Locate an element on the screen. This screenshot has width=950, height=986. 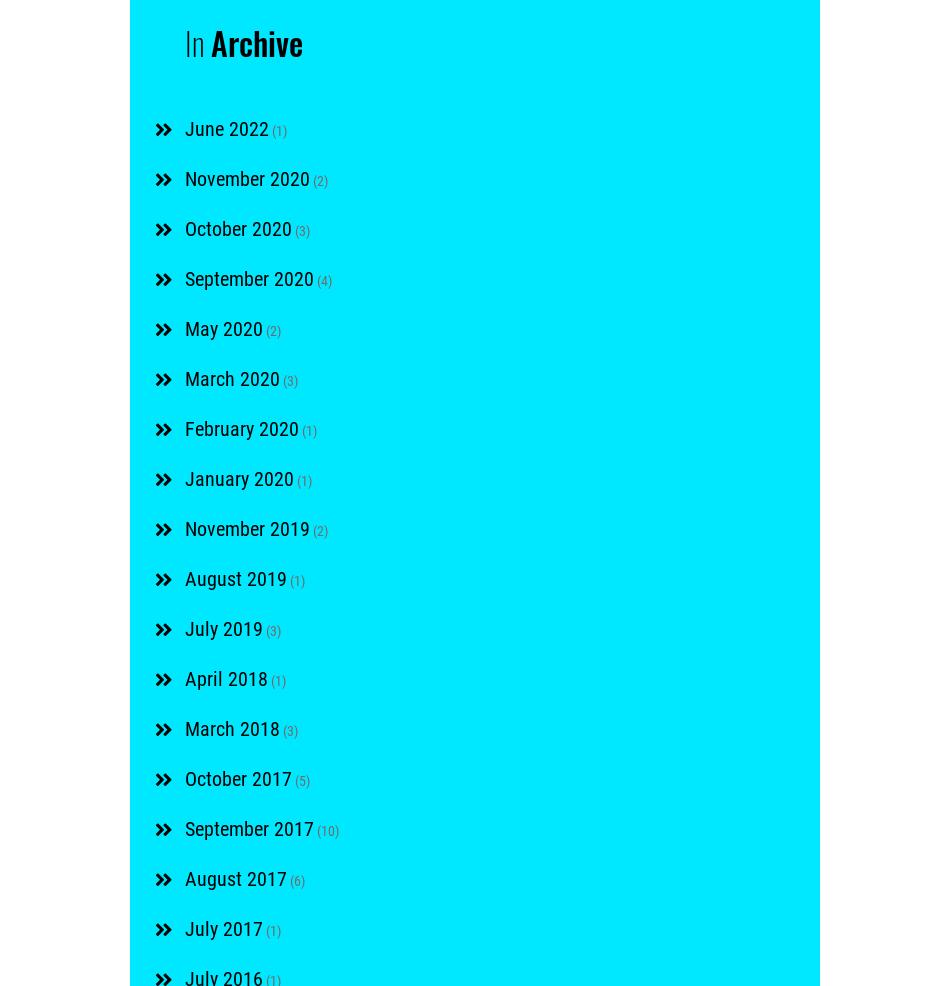
'Archive' is located at coordinates (255, 40).